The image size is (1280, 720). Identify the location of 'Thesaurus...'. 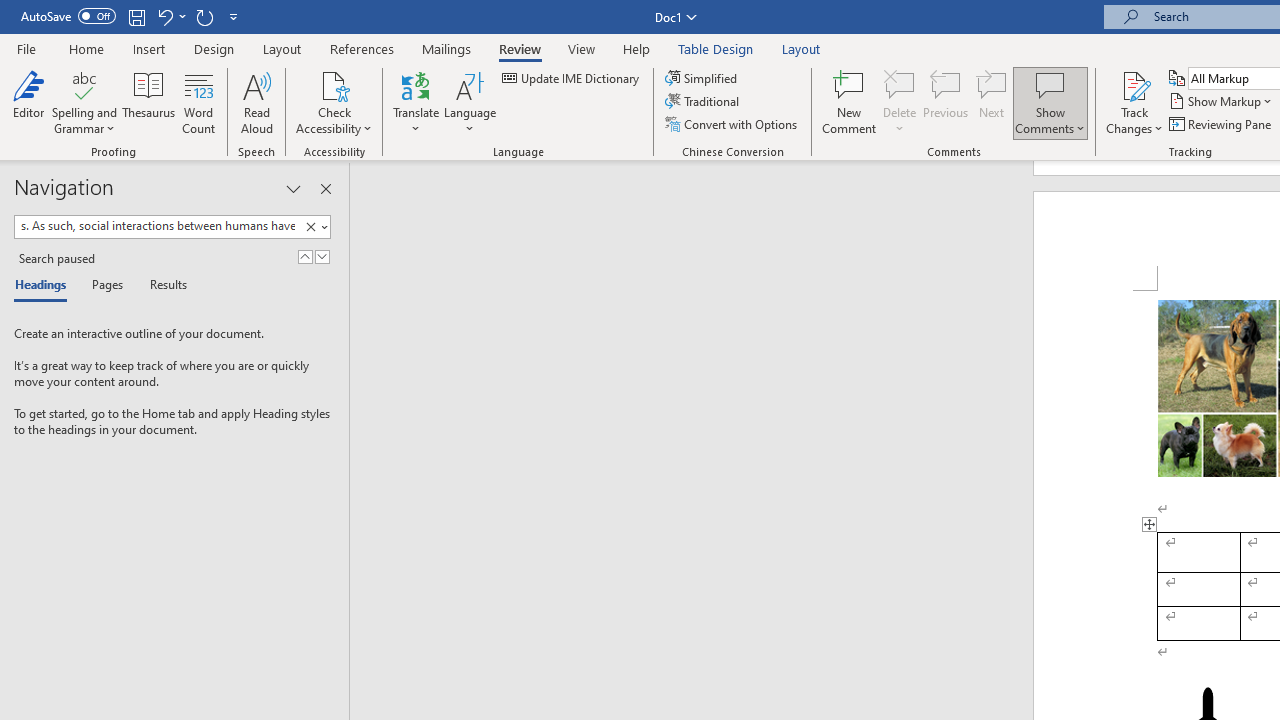
(148, 103).